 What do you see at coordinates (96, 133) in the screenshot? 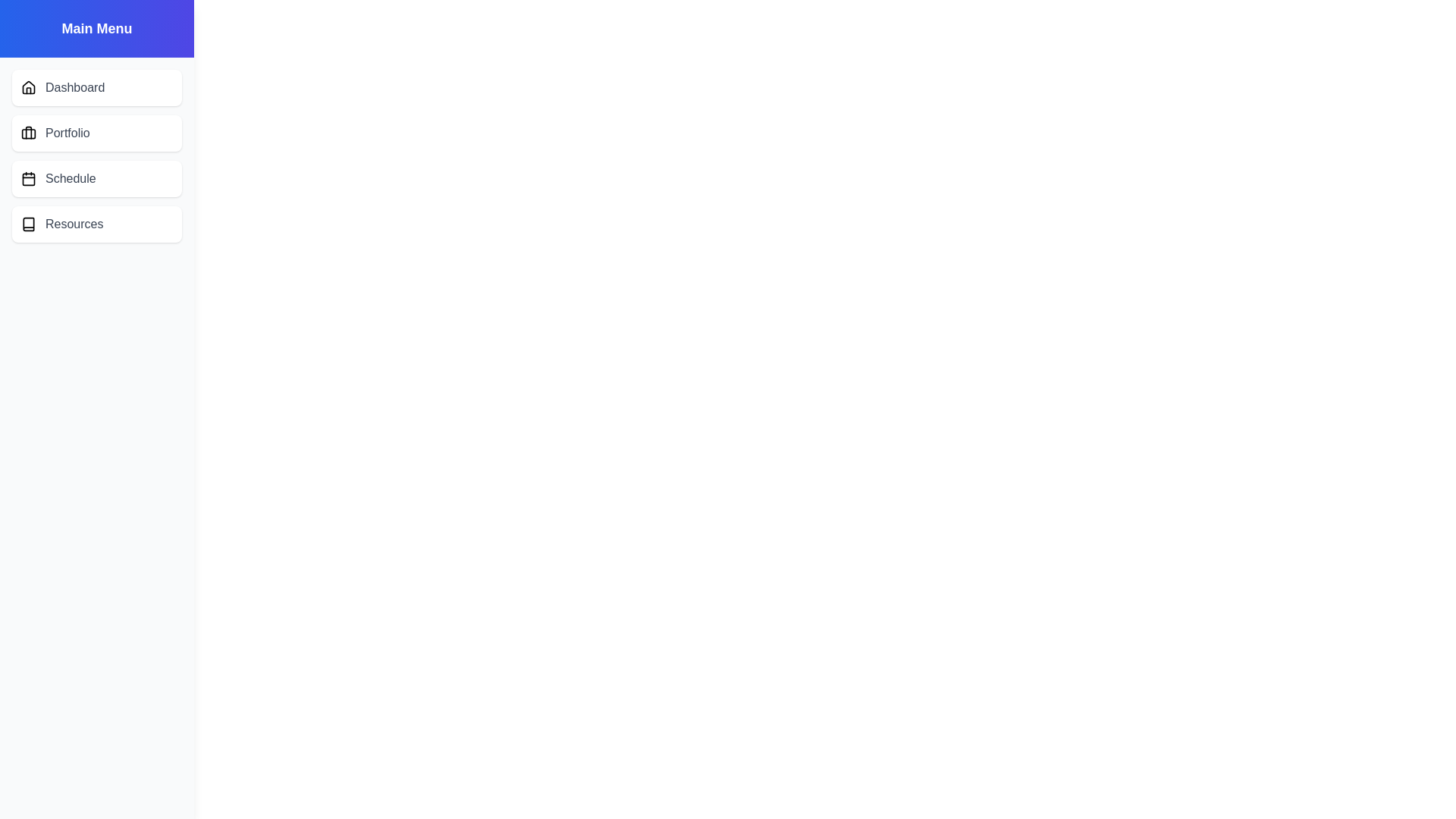
I see `the 'Portfolio' menu item in the sidebar` at bounding box center [96, 133].